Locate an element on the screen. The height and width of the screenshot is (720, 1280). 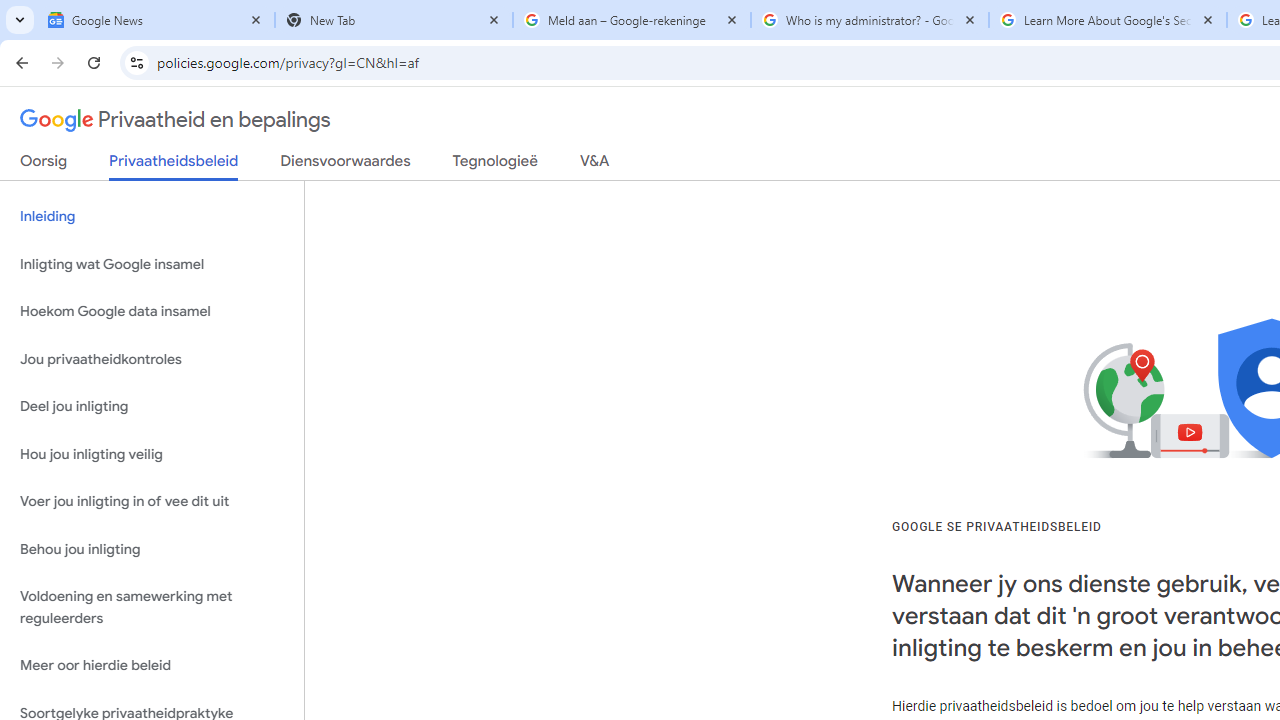
'New Tab' is located at coordinates (394, 20).